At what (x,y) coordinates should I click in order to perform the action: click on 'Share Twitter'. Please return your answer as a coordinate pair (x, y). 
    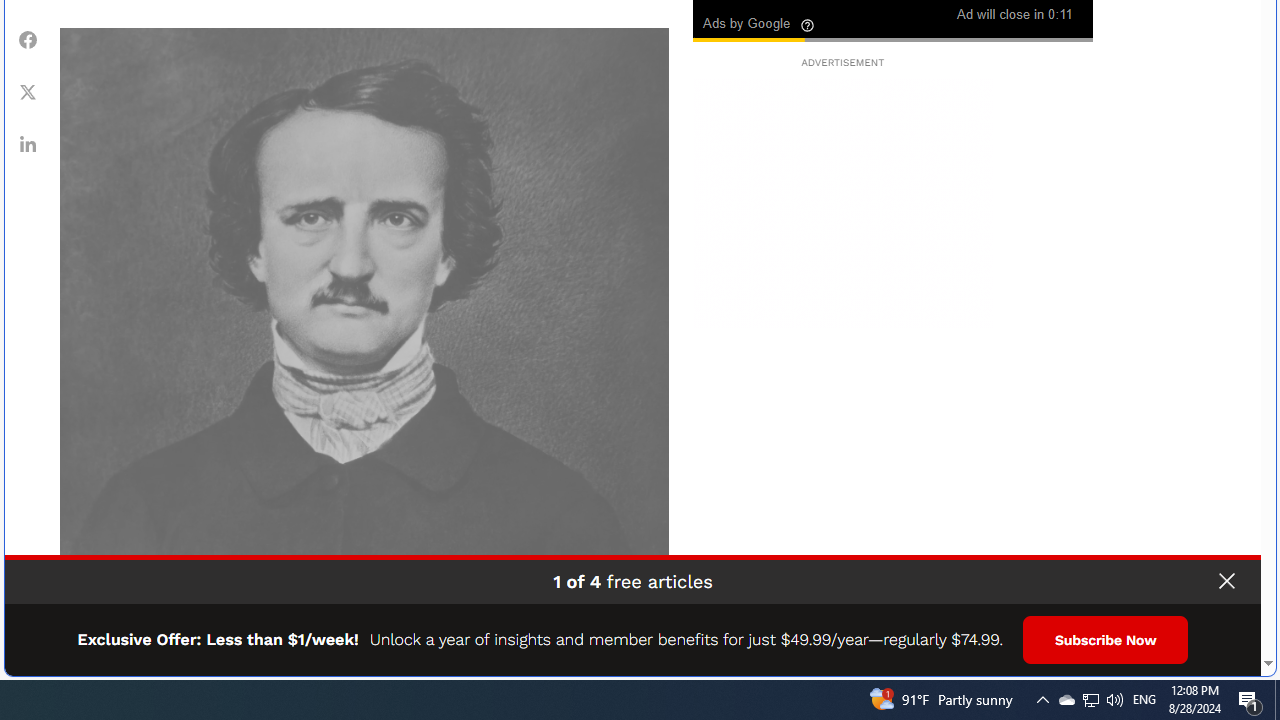
    Looking at the image, I should click on (28, 91).